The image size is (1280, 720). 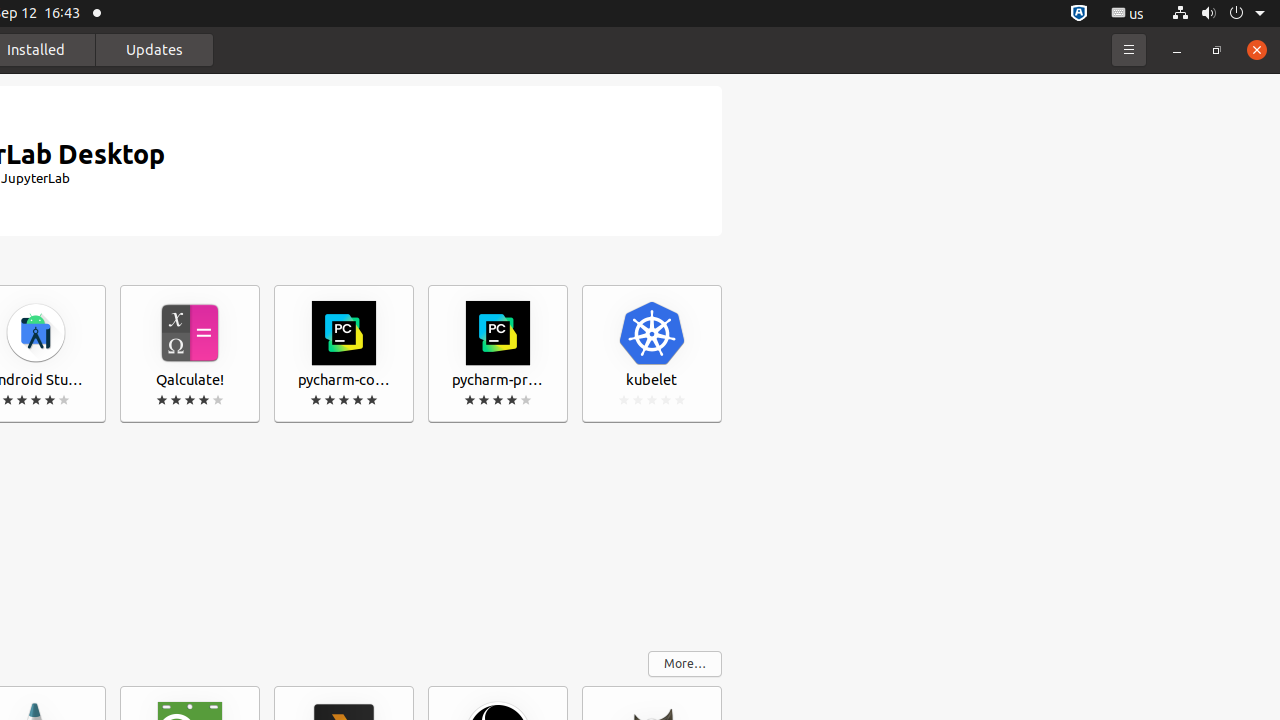 What do you see at coordinates (1255, 48) in the screenshot?
I see `'Close'` at bounding box center [1255, 48].